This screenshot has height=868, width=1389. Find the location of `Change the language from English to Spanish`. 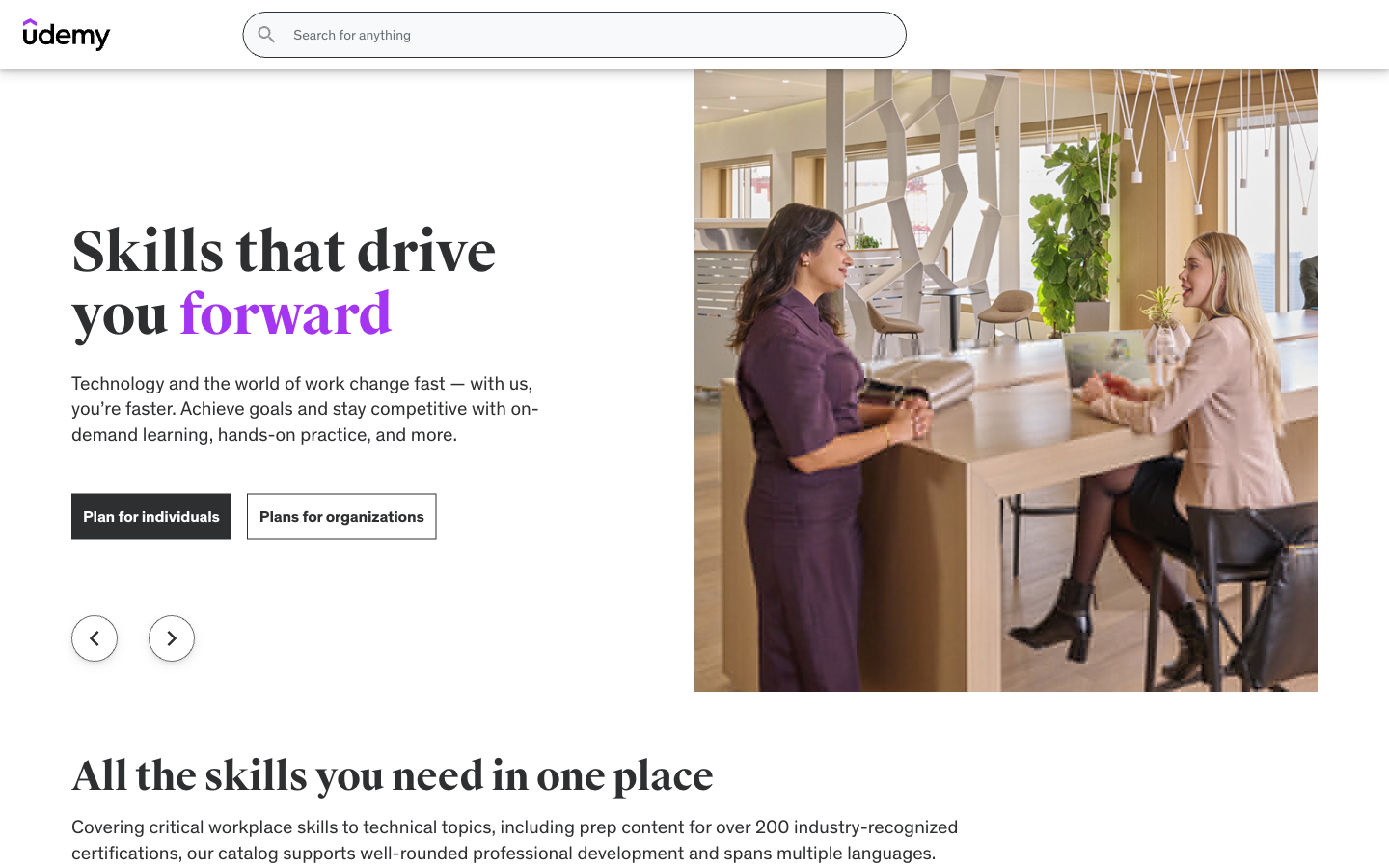

Change the language from English to Spanish is located at coordinates (1310, 57).